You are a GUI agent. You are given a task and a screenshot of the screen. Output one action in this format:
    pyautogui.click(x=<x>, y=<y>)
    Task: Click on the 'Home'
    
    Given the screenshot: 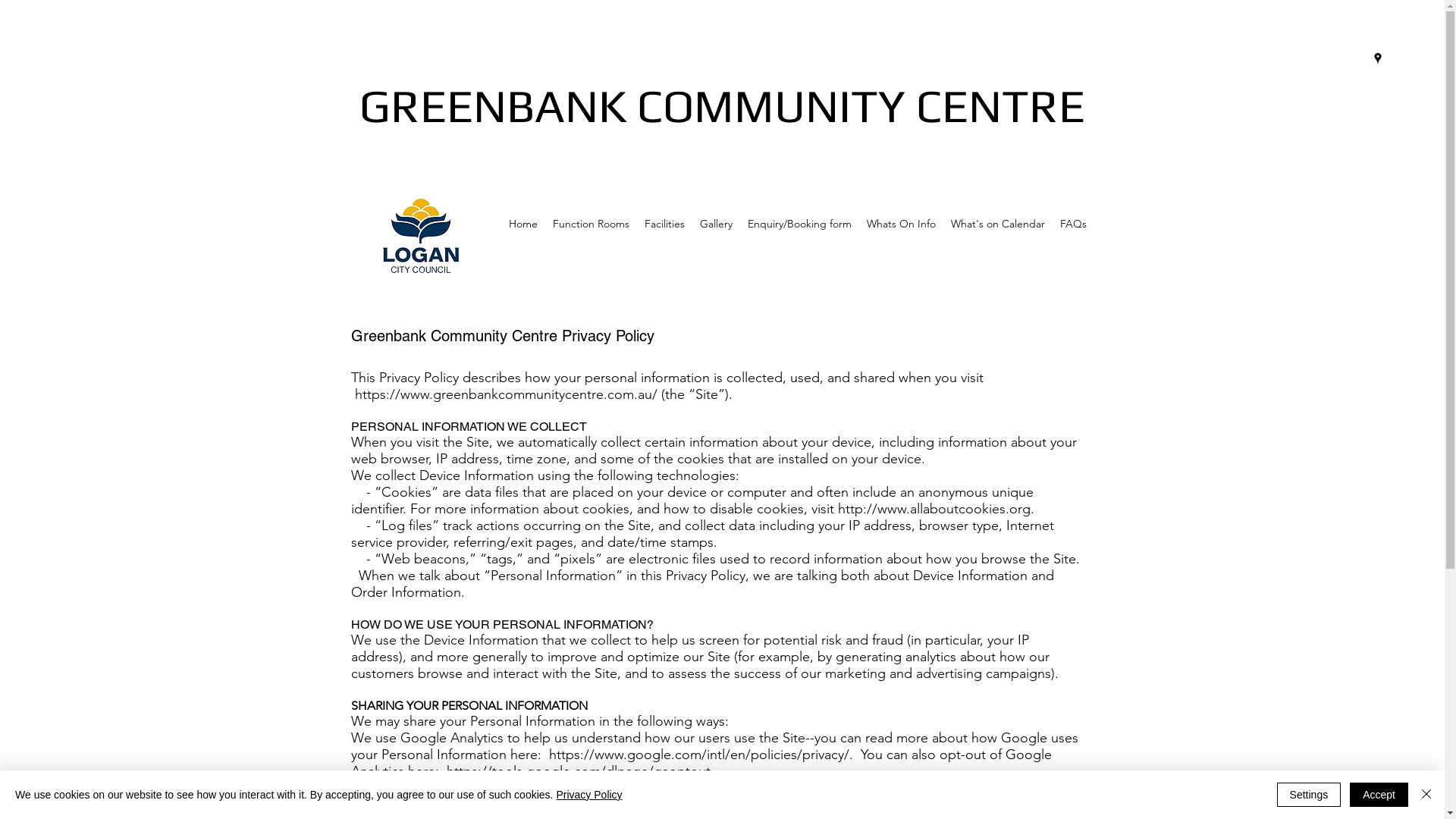 What is the action you would take?
    pyautogui.click(x=500, y=223)
    